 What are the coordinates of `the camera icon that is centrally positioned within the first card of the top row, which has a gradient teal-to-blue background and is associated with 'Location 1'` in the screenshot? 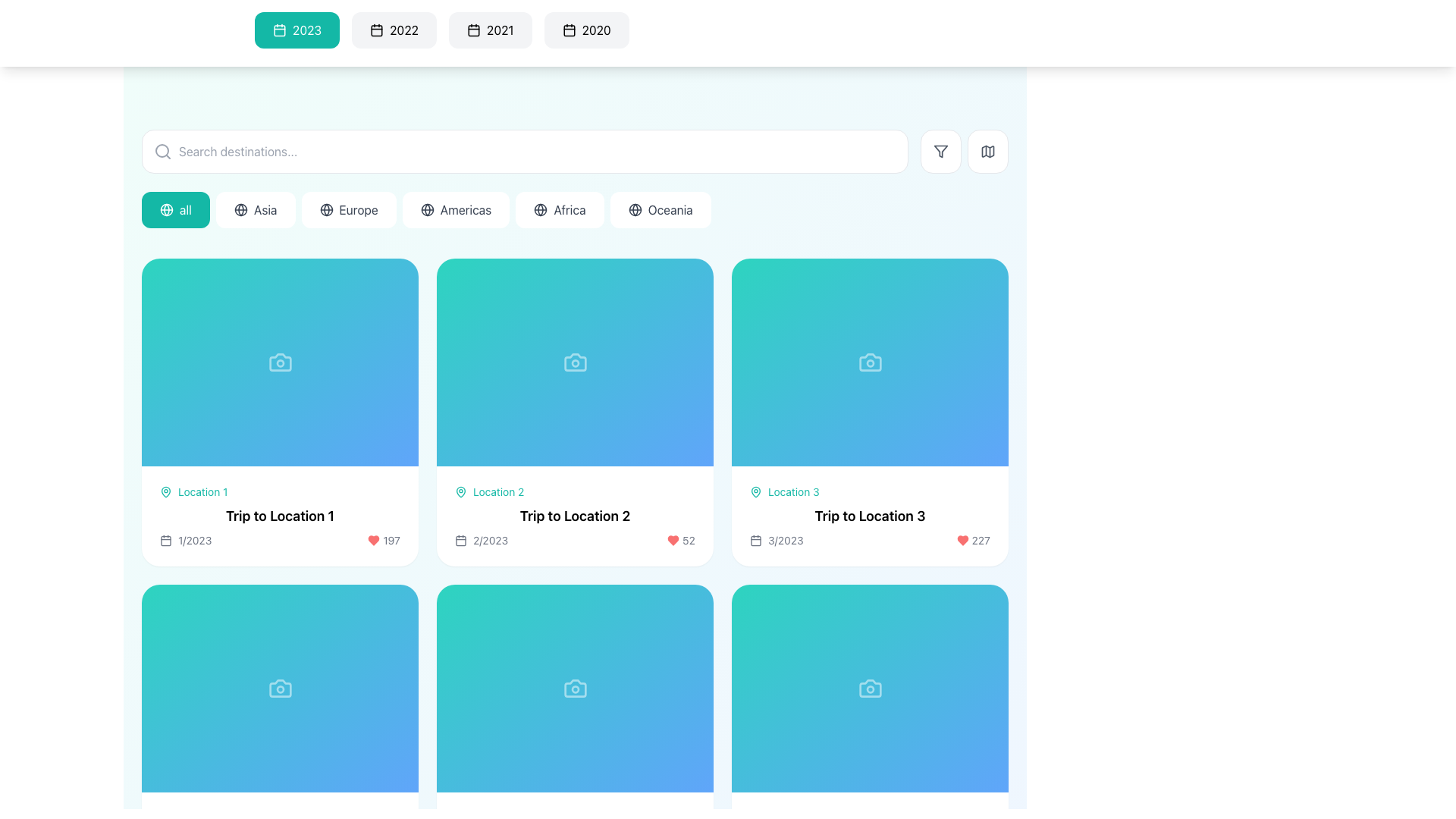 It's located at (280, 362).